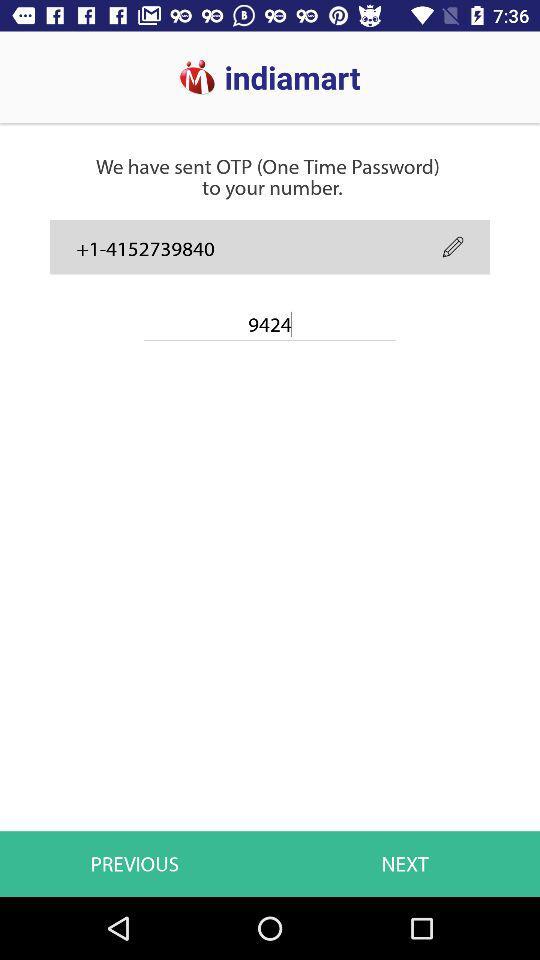  Describe the element at coordinates (137, 803) in the screenshot. I see `the previous button` at that location.